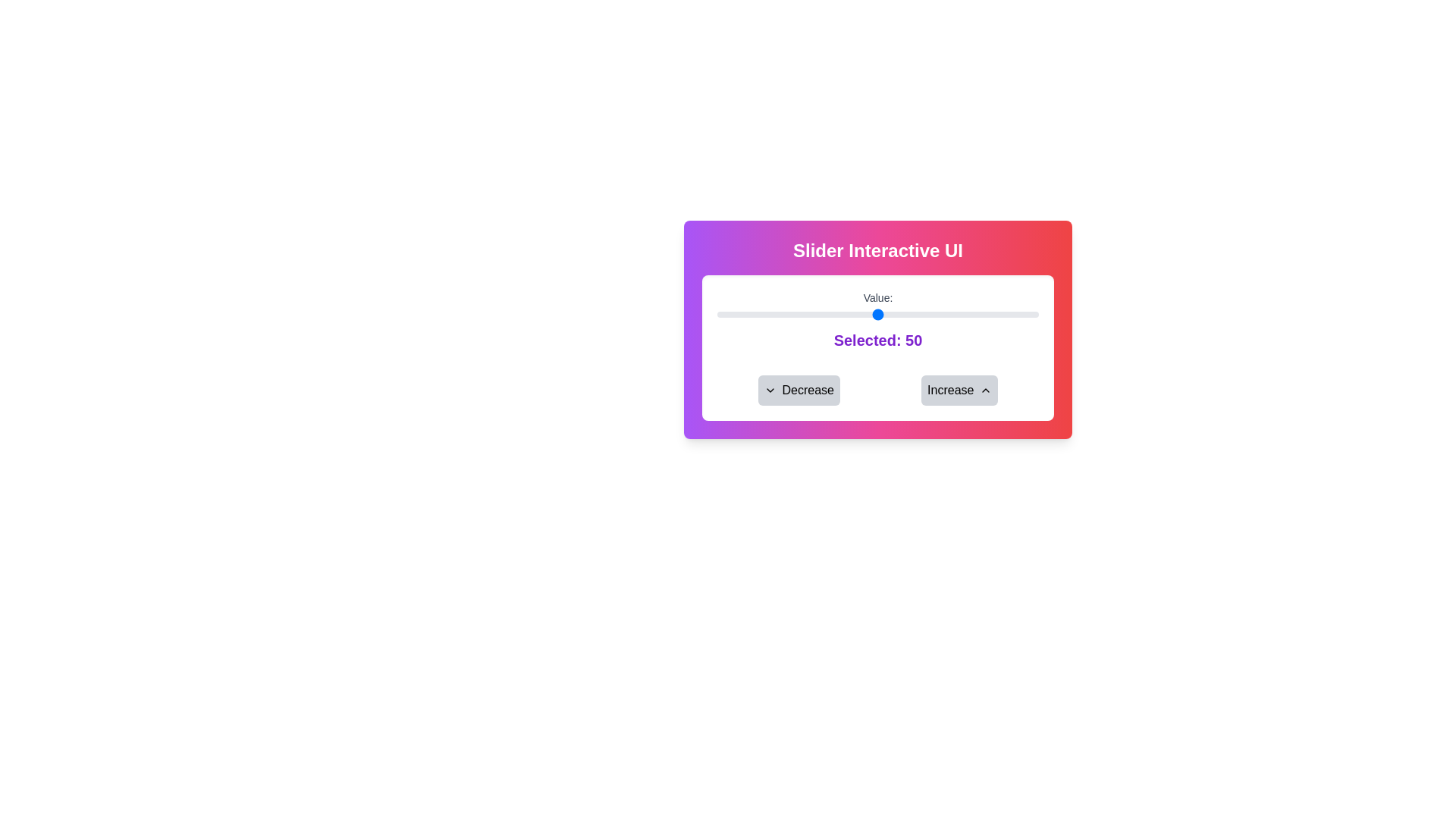 The image size is (1456, 819). Describe the element at coordinates (877, 339) in the screenshot. I see `the text label displaying 'Selected: 50', which is styled with larger, bold, purple text and located within a white, rounded-corner box, centered below the 'Value:' slider` at that location.